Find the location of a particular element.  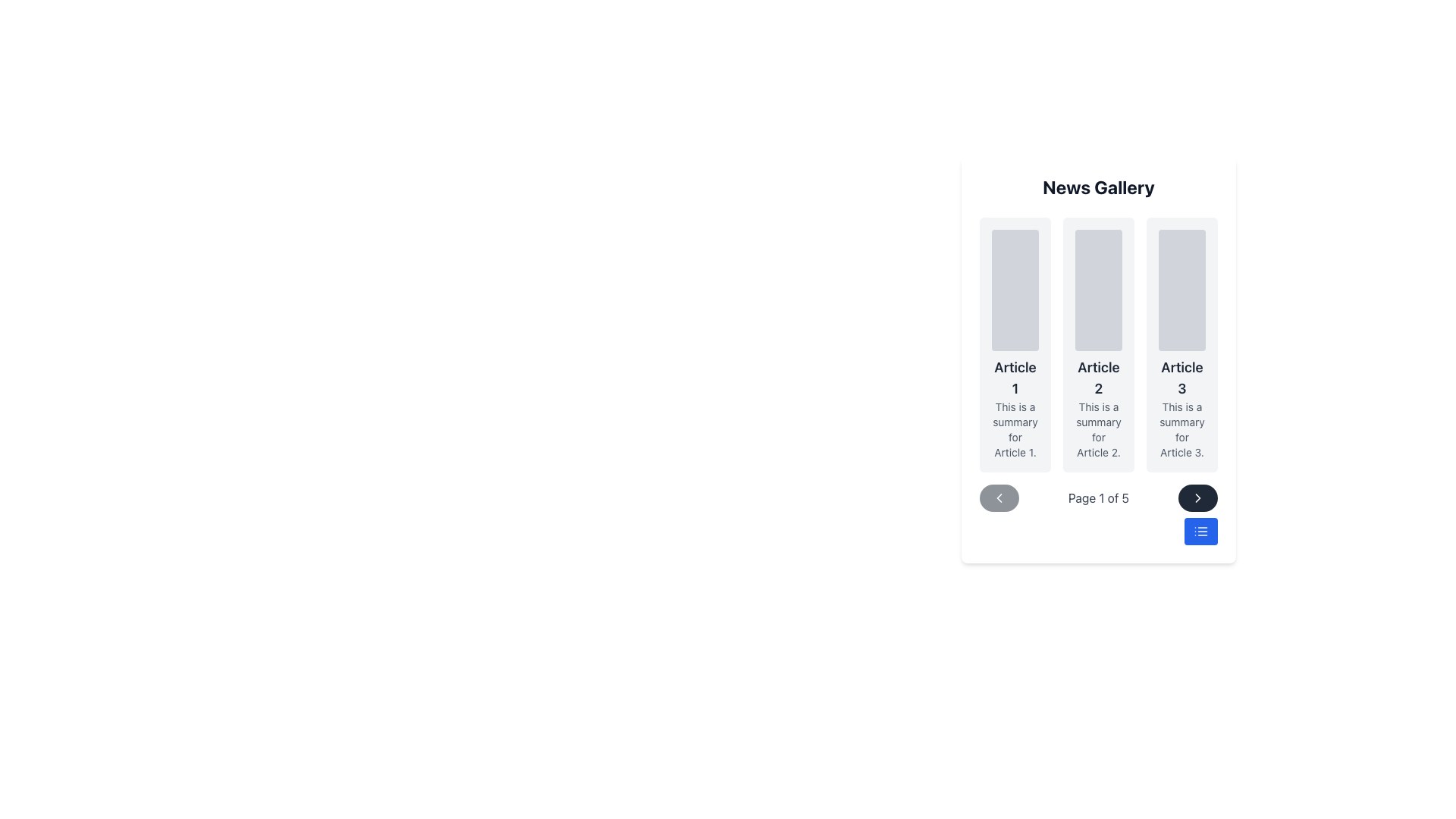

the Text Label that serves as the title of an article, positioned below an image placeholder and above a summary text within a card layout in a horizontally scrolled gallery is located at coordinates (1181, 377).